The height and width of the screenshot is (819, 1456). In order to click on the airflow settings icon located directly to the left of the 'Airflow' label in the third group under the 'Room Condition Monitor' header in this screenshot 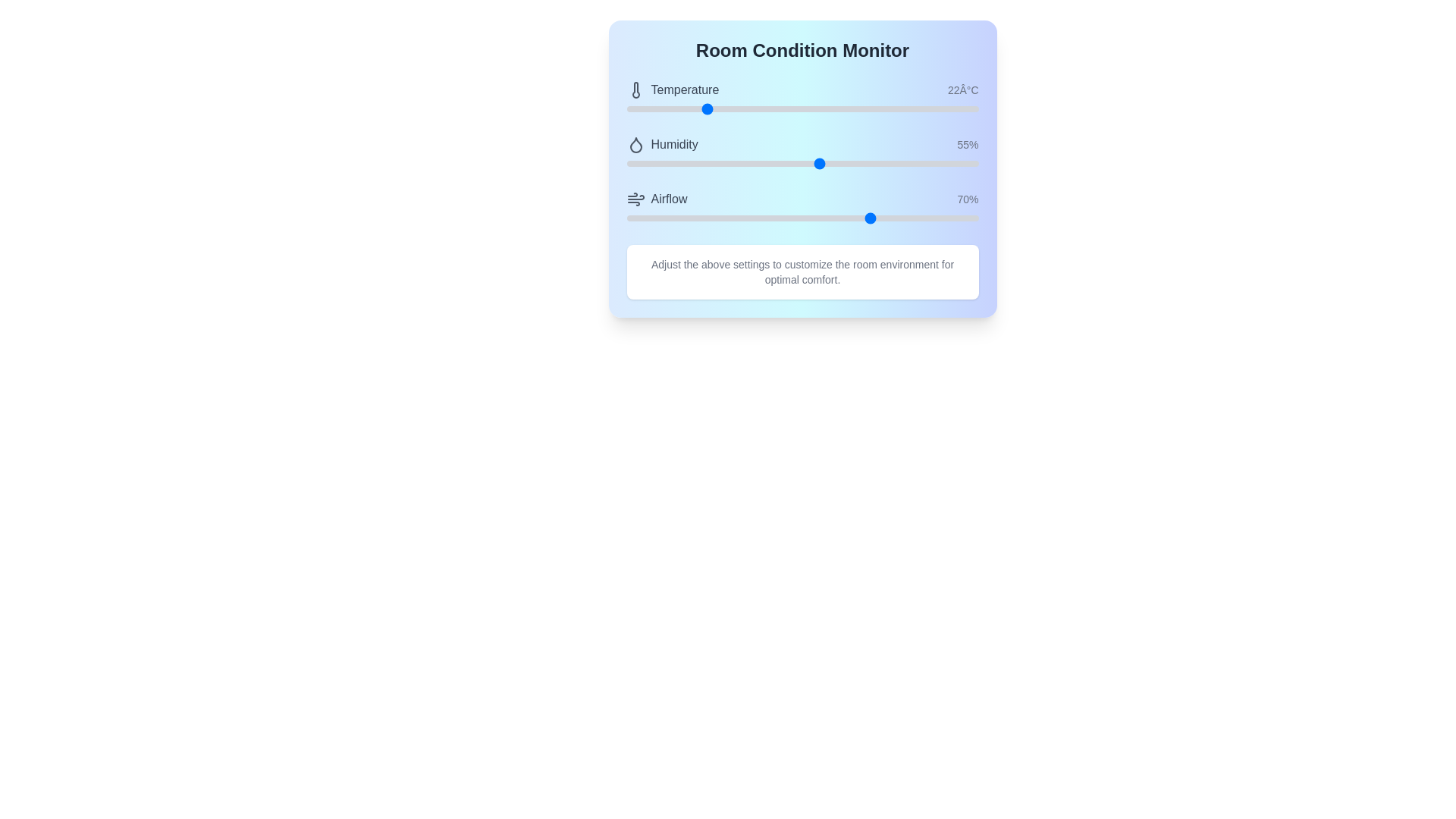, I will do `click(635, 198)`.